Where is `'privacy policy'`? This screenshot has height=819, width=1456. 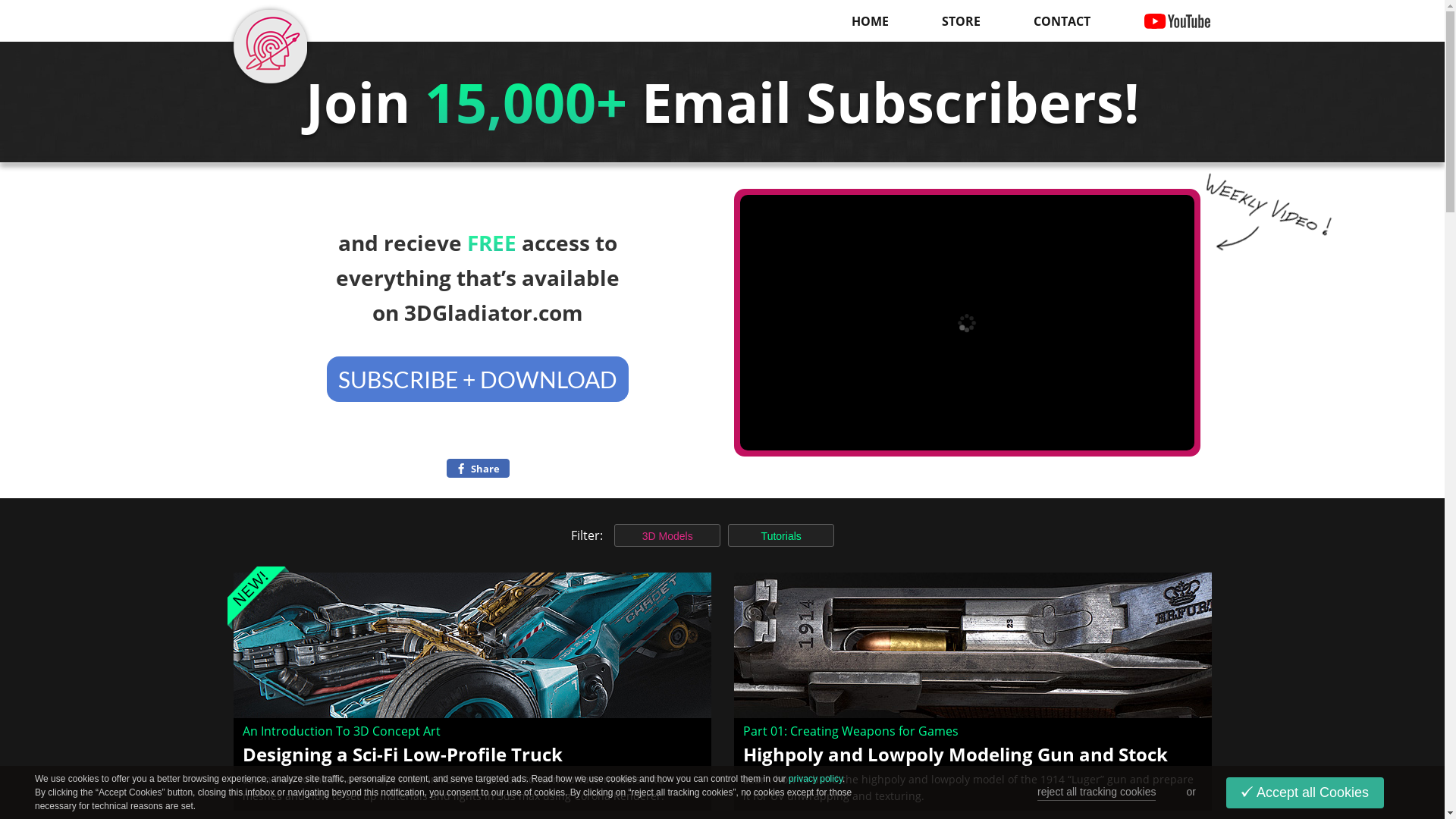 'privacy policy' is located at coordinates (814, 778).